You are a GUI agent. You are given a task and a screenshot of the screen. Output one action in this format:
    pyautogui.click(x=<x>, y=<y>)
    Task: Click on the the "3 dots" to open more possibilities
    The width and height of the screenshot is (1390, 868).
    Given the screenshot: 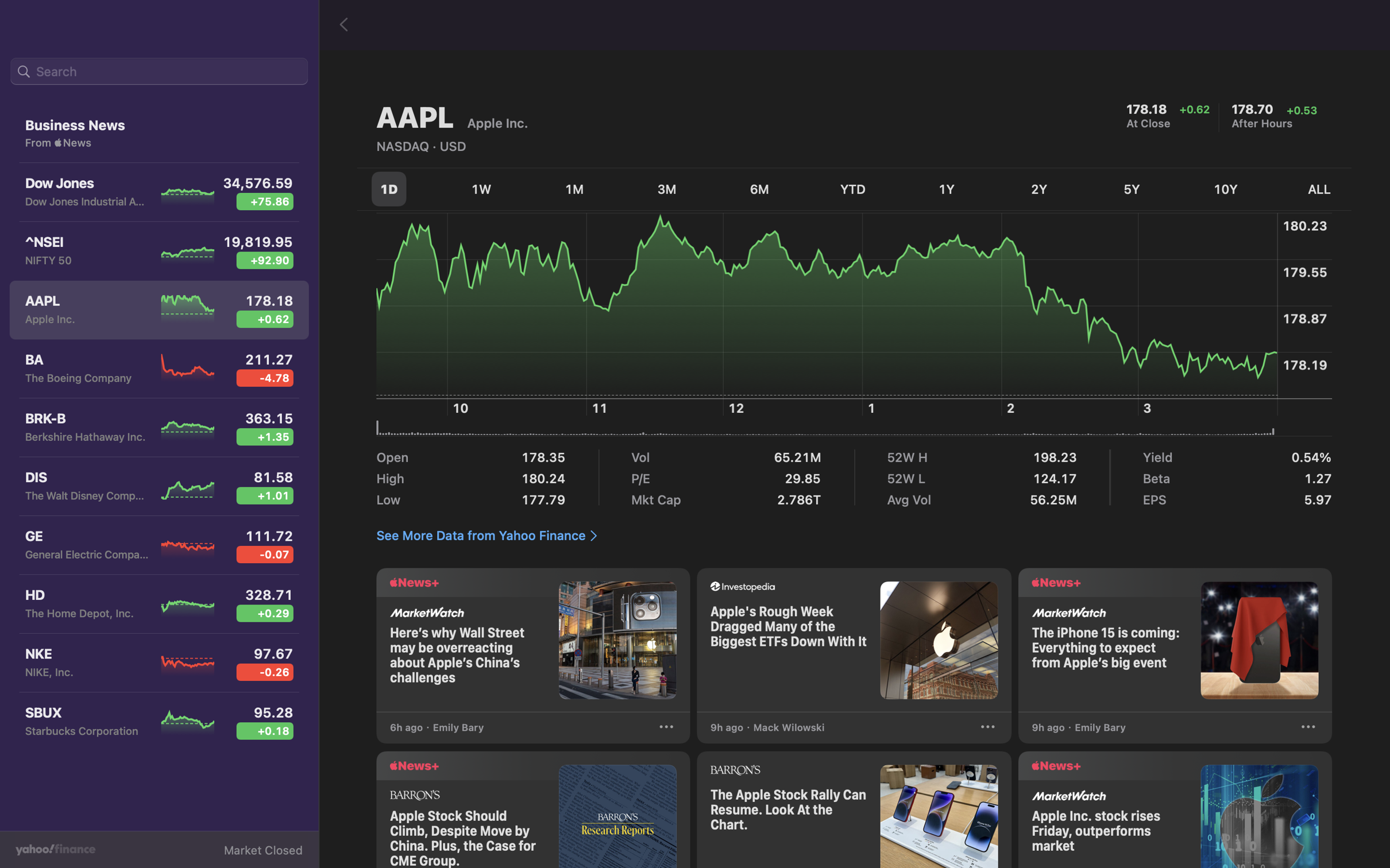 What is the action you would take?
    pyautogui.click(x=1307, y=728)
    